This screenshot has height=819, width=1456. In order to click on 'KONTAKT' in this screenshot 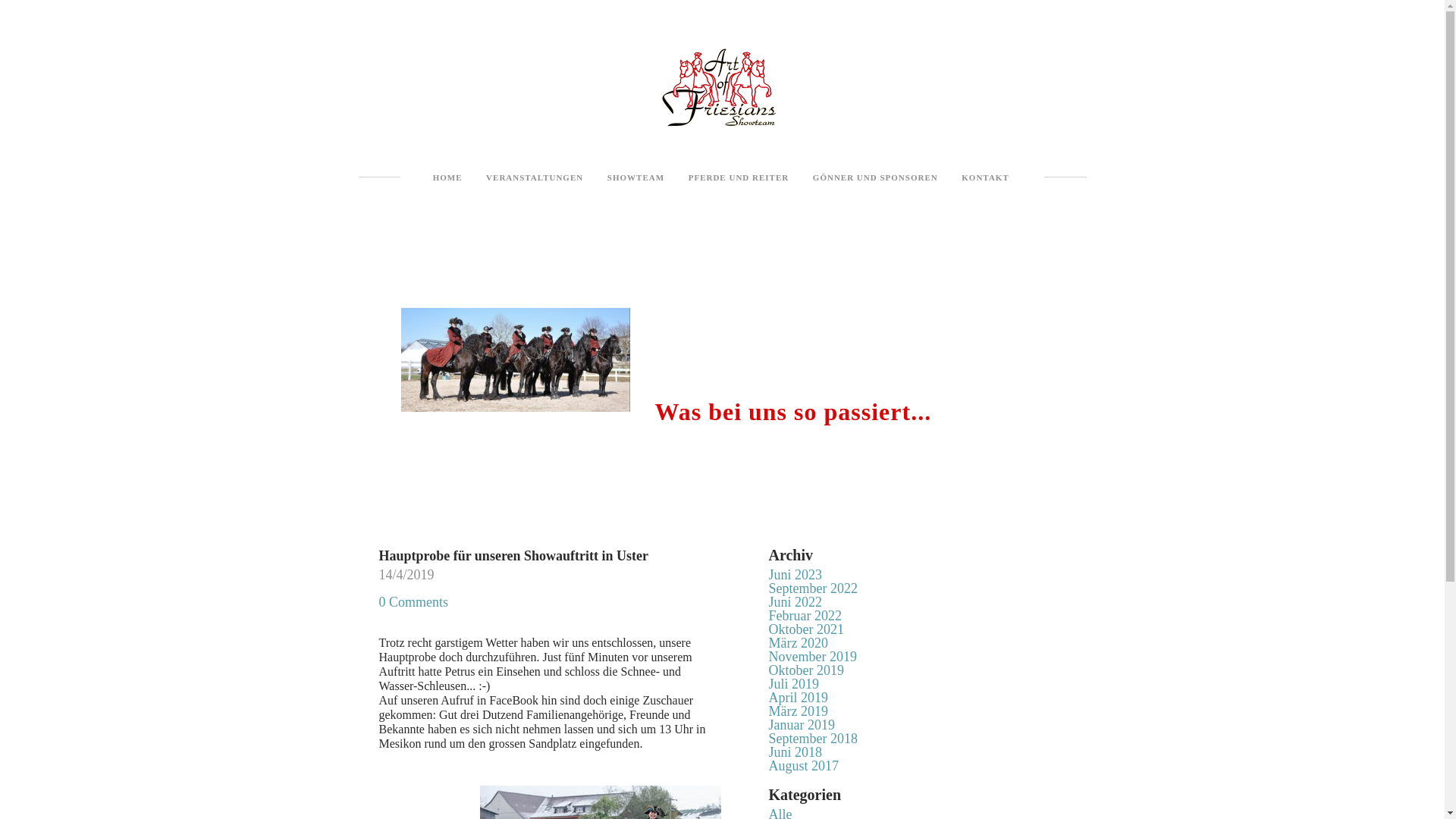, I will do `click(985, 177)`.